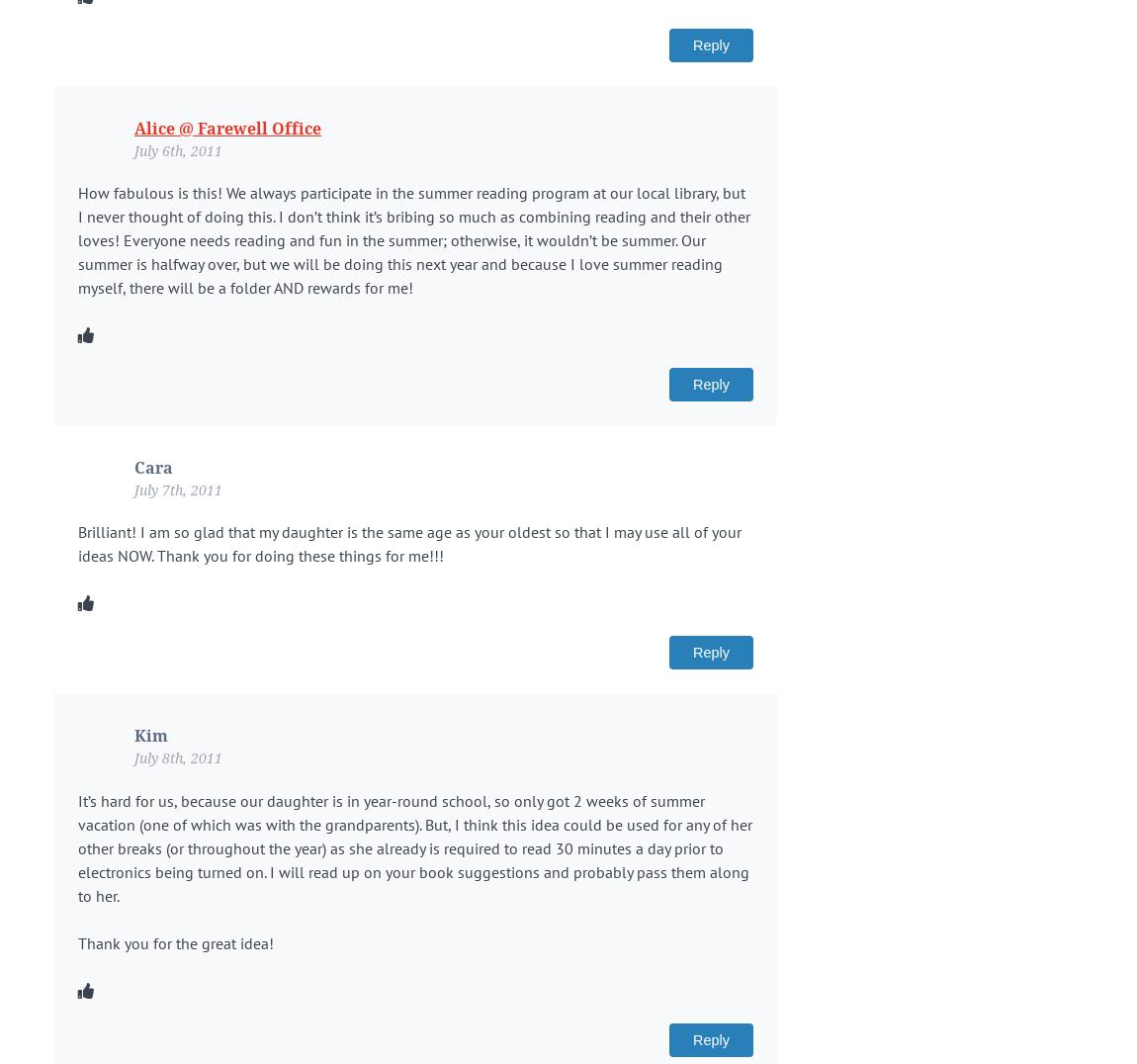  Describe the element at coordinates (177, 757) in the screenshot. I see `'July 8th, 2011'` at that location.